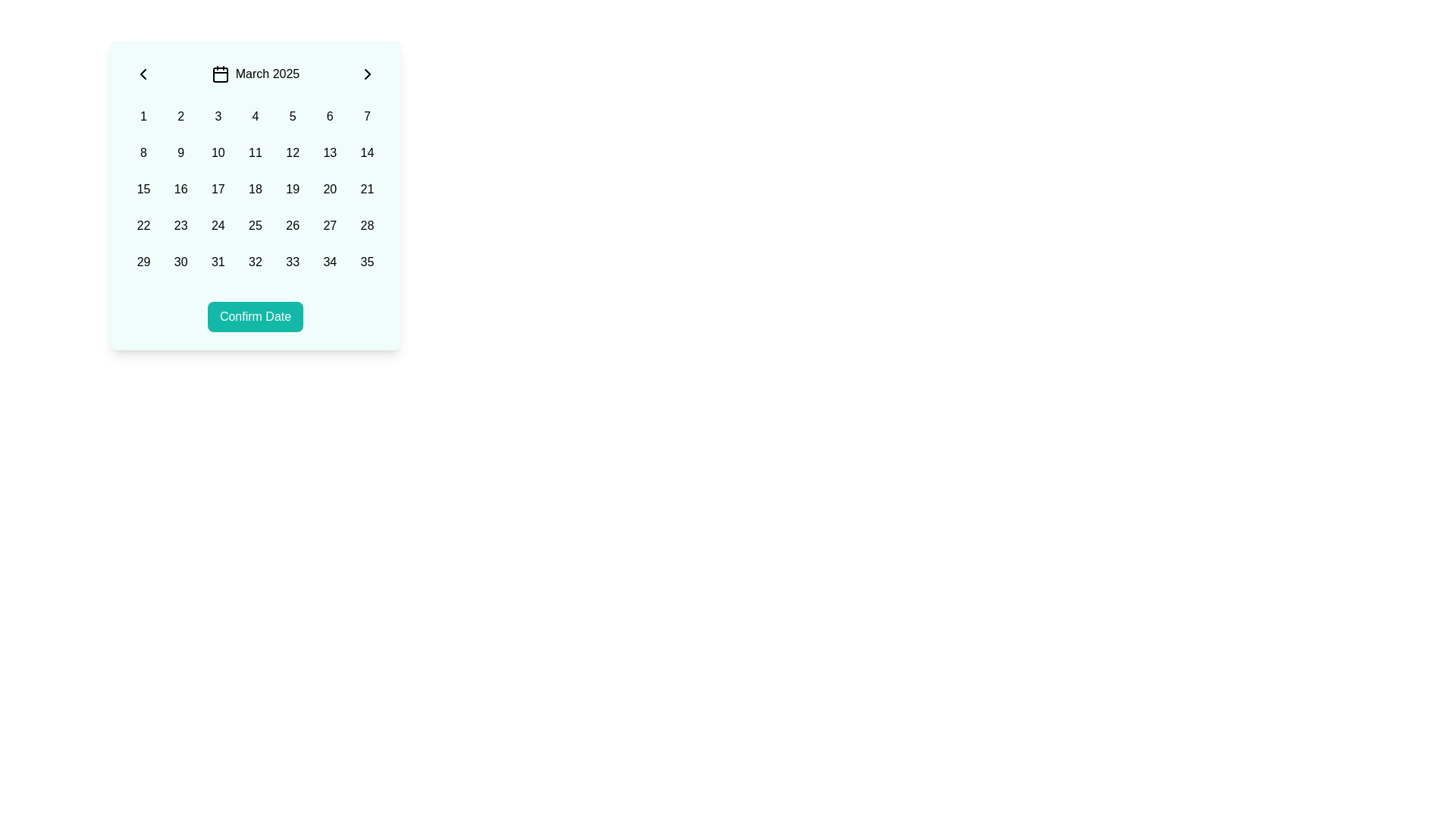 The width and height of the screenshot is (1456, 819). What do you see at coordinates (217, 225) in the screenshot?
I see `the calendar day button displaying '24'` at bounding box center [217, 225].